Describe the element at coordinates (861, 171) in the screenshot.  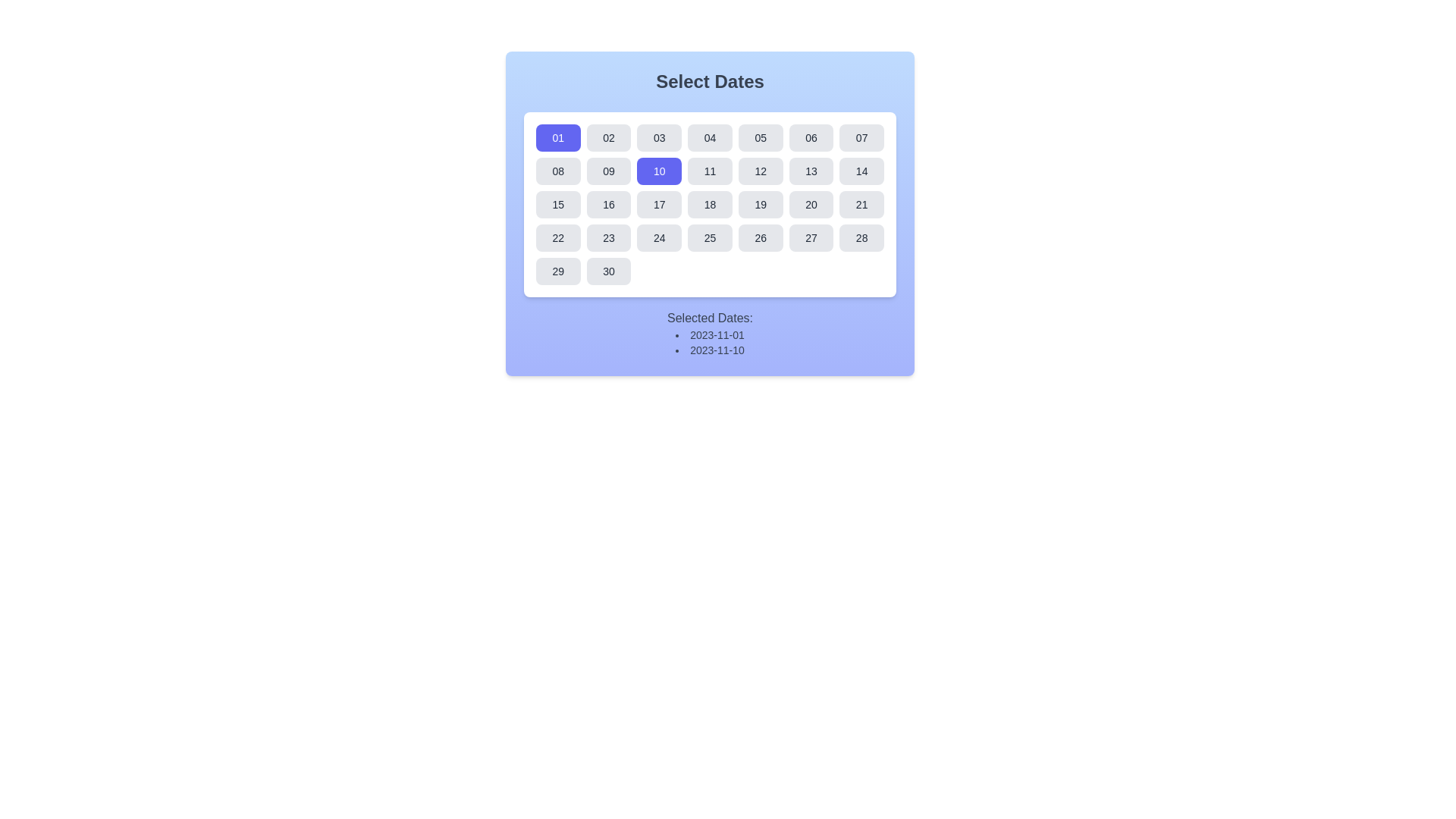
I see `the button that allows users` at that location.